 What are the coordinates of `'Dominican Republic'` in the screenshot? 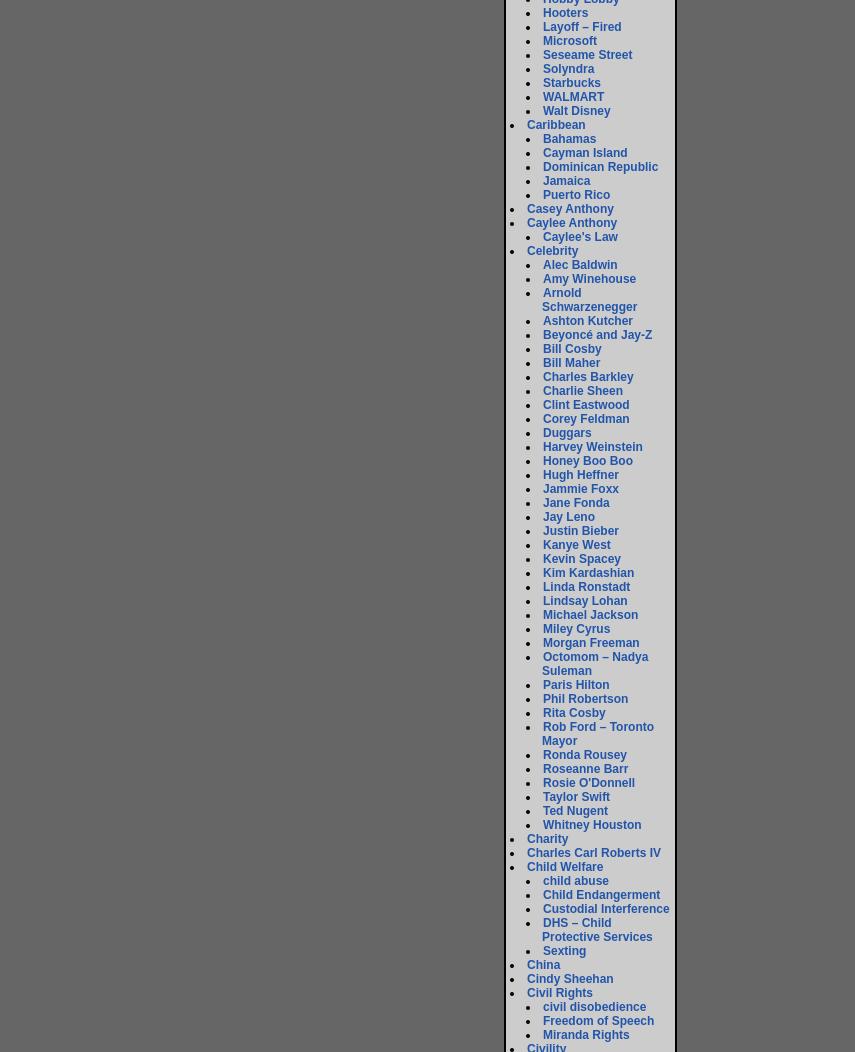 It's located at (543, 165).